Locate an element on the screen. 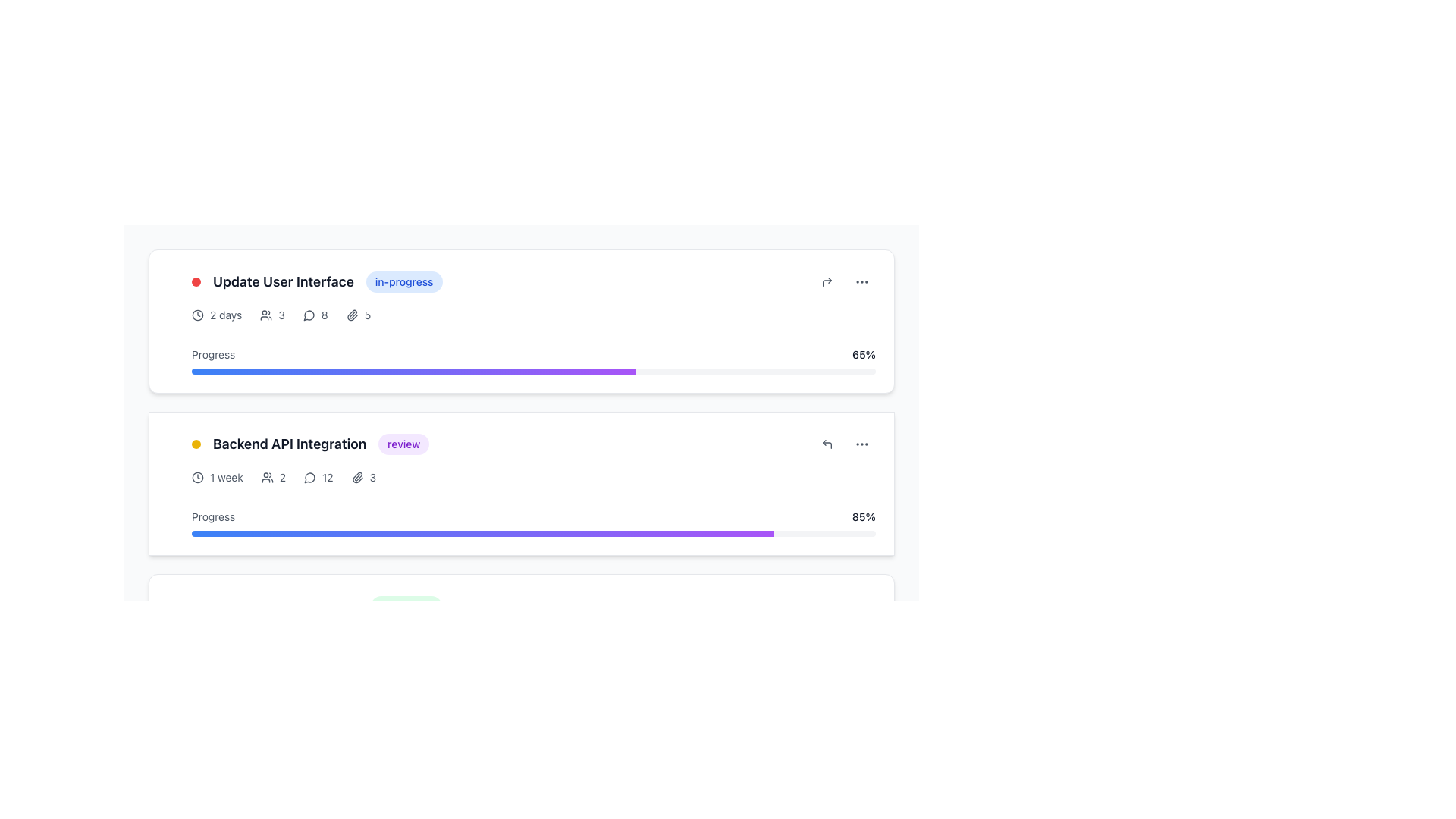 The width and height of the screenshot is (1456, 819). the progress bar styled with a gradient from blue to purple, located under the 'Progress' label in the 'Backend API Integration' task card is located at coordinates (534, 533).